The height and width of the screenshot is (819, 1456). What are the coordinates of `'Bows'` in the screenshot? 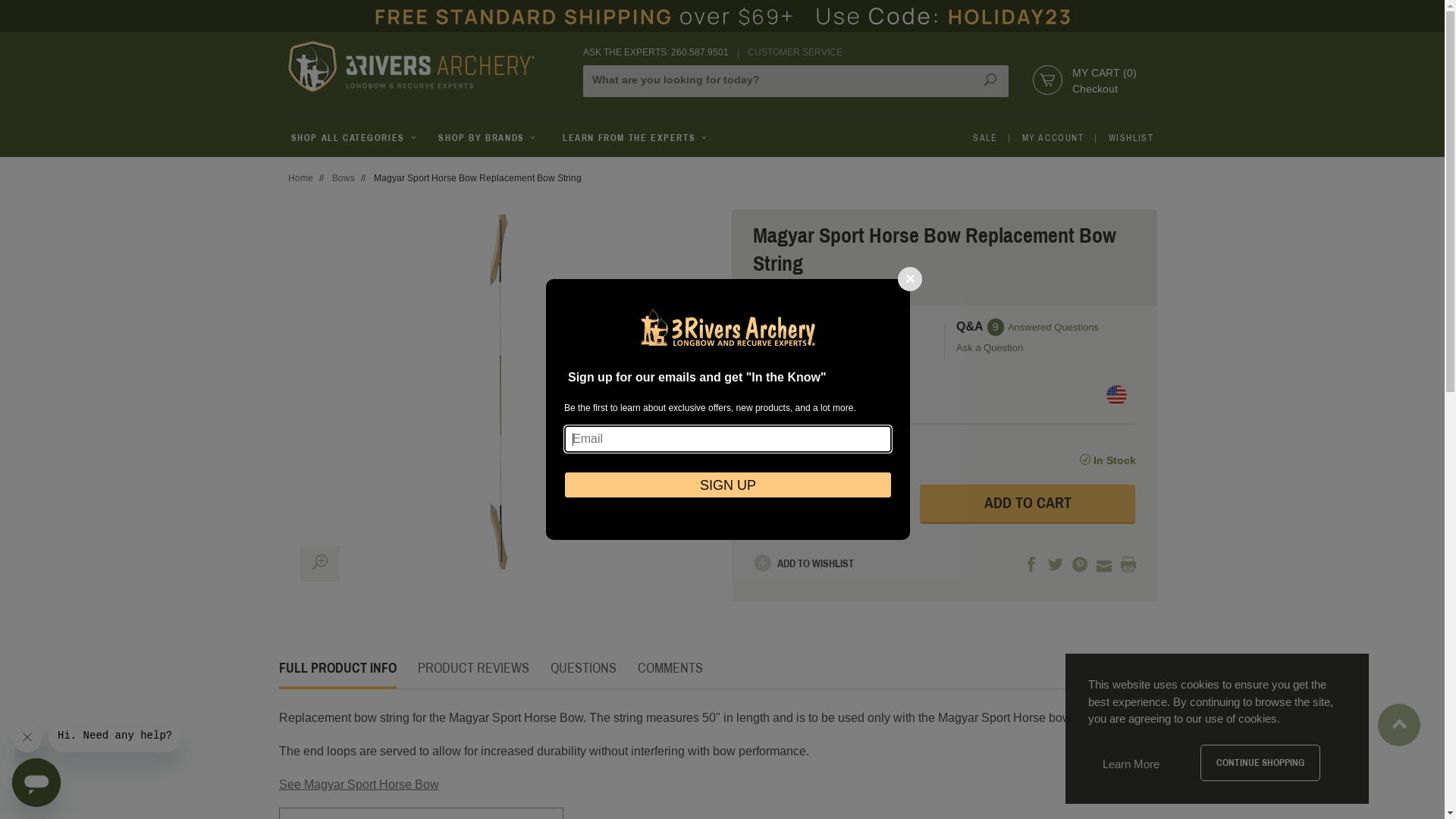 It's located at (342, 177).